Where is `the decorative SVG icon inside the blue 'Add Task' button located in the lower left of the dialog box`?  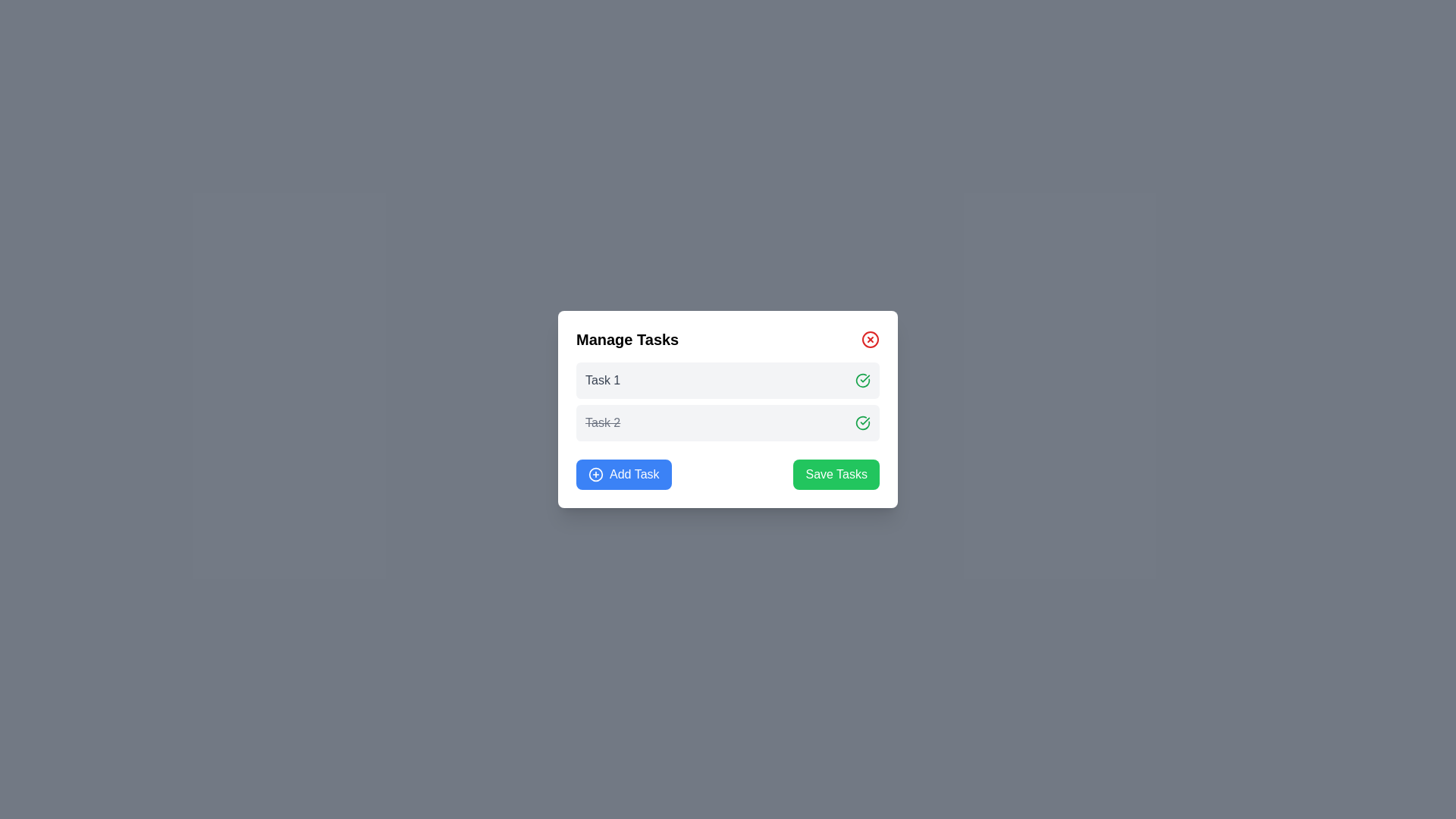 the decorative SVG icon inside the blue 'Add Task' button located in the lower left of the dialog box is located at coordinates (595, 473).